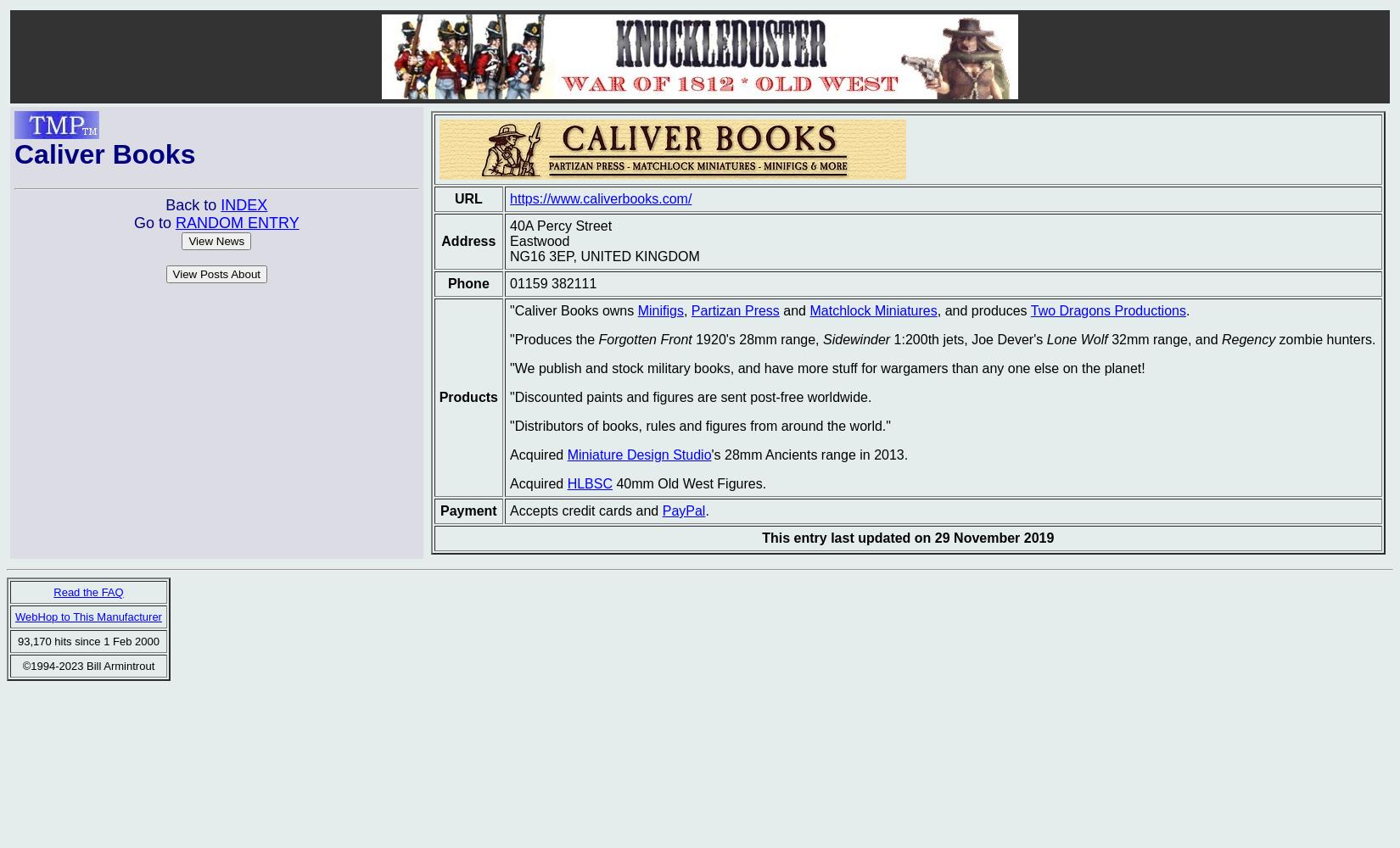 This screenshot has height=848, width=1400. Describe the element at coordinates (1106, 310) in the screenshot. I see `'Two Dragons Productions'` at that location.